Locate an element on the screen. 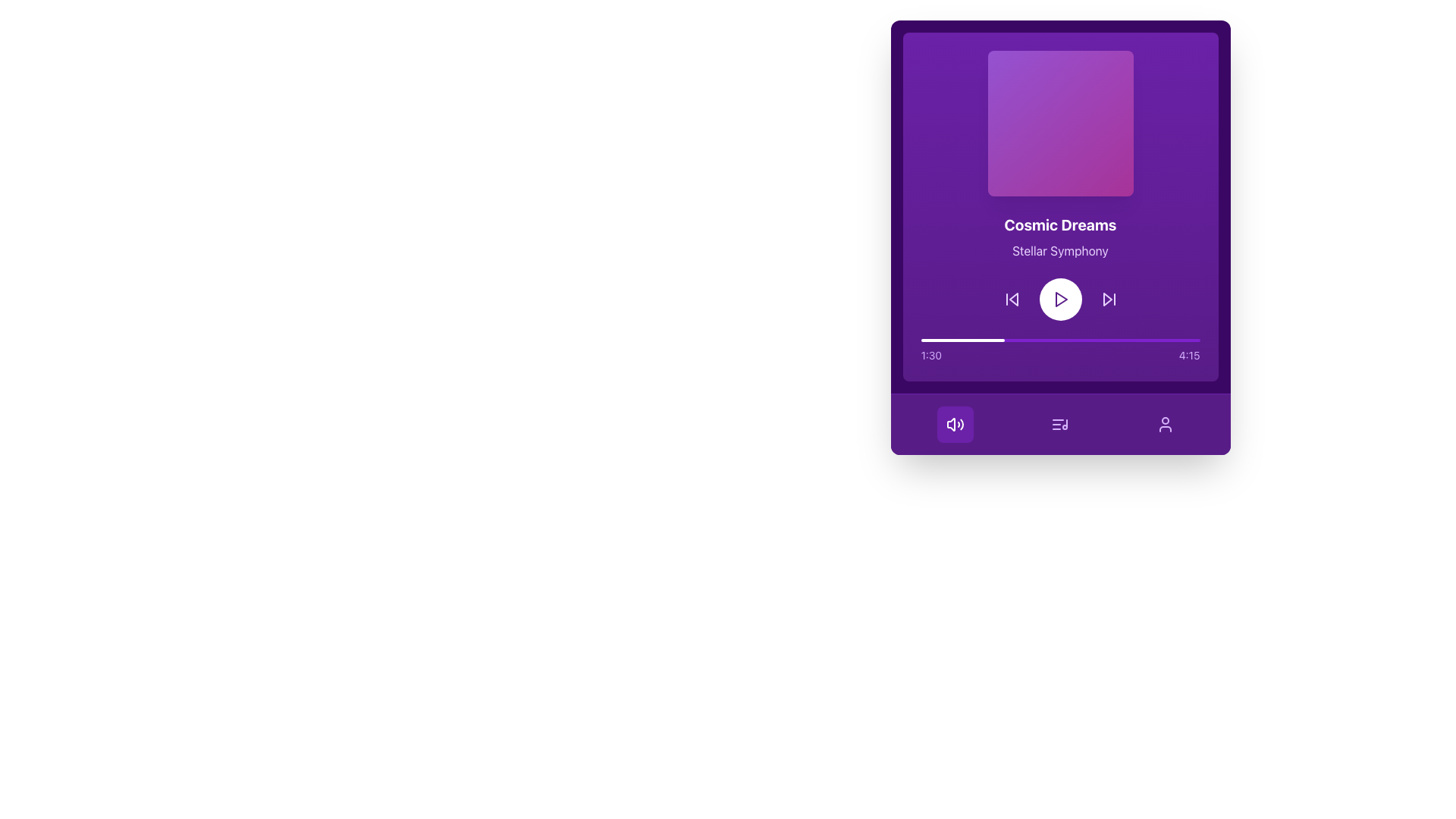 The width and height of the screenshot is (1456, 819). the clickable button in the bottom navigation bar that manages playlists by is located at coordinates (1059, 424).